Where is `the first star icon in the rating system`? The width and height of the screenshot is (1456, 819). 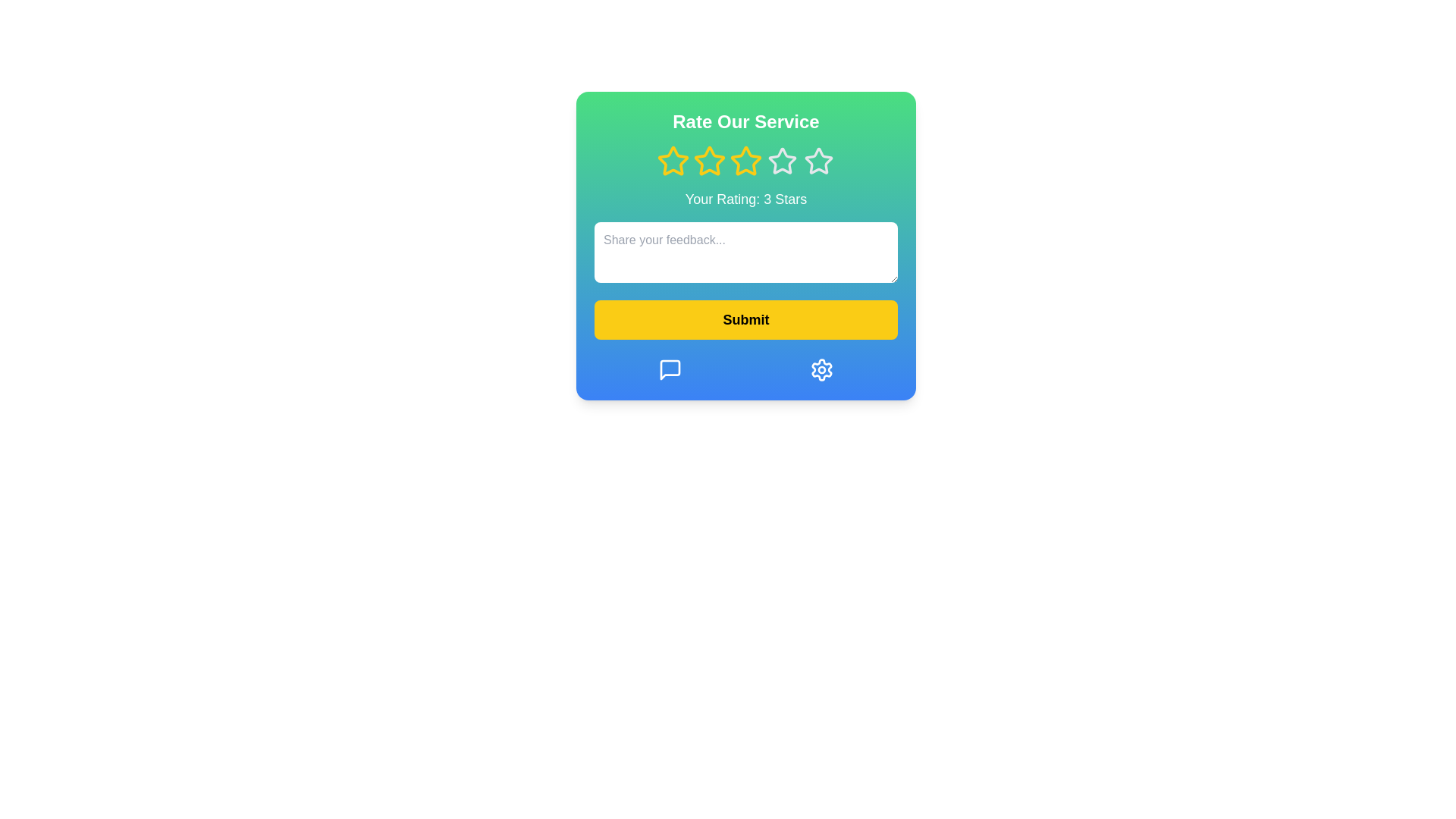 the first star icon in the rating system is located at coordinates (673, 161).